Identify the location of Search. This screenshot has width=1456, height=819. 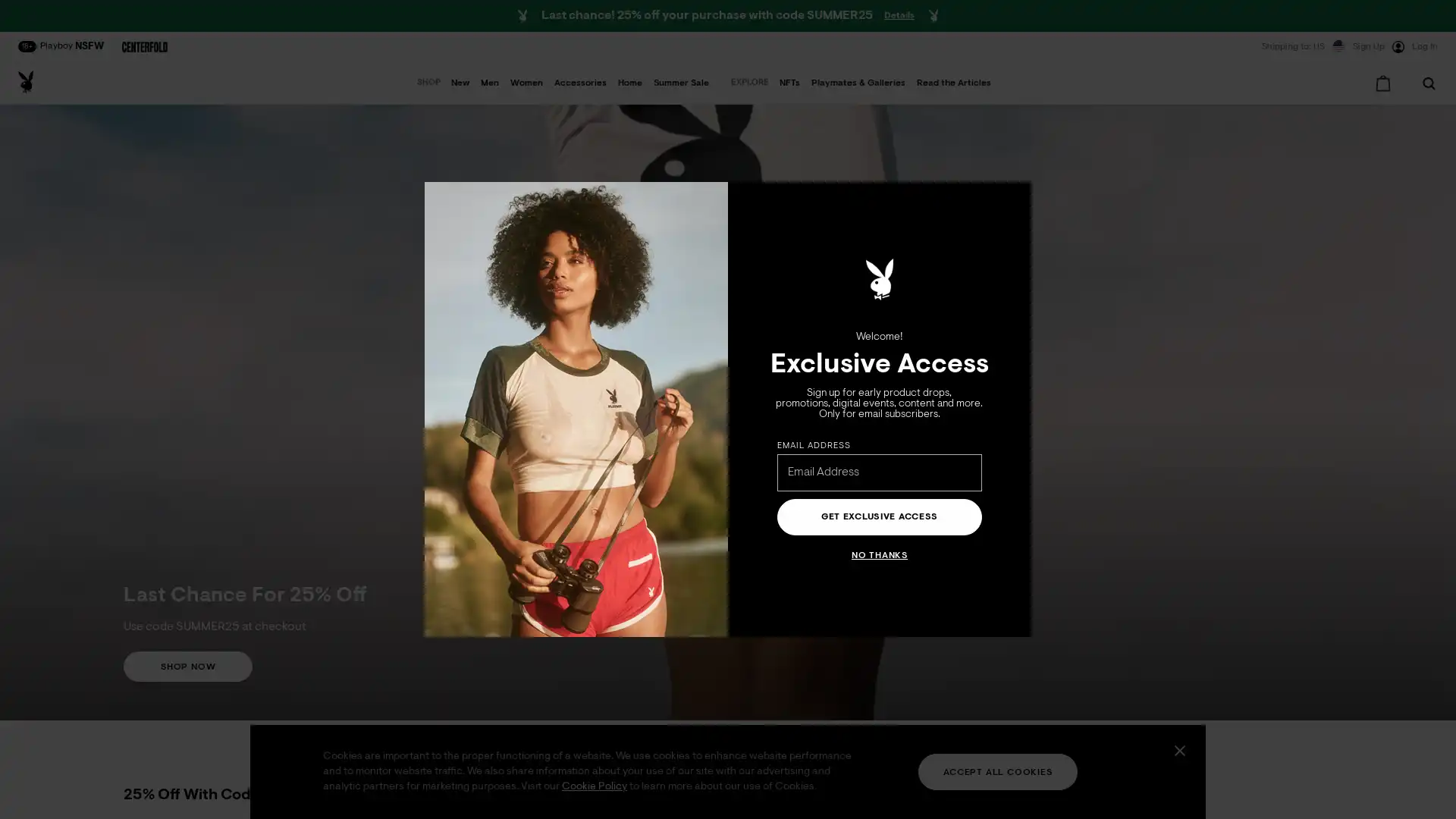
(1427, 83).